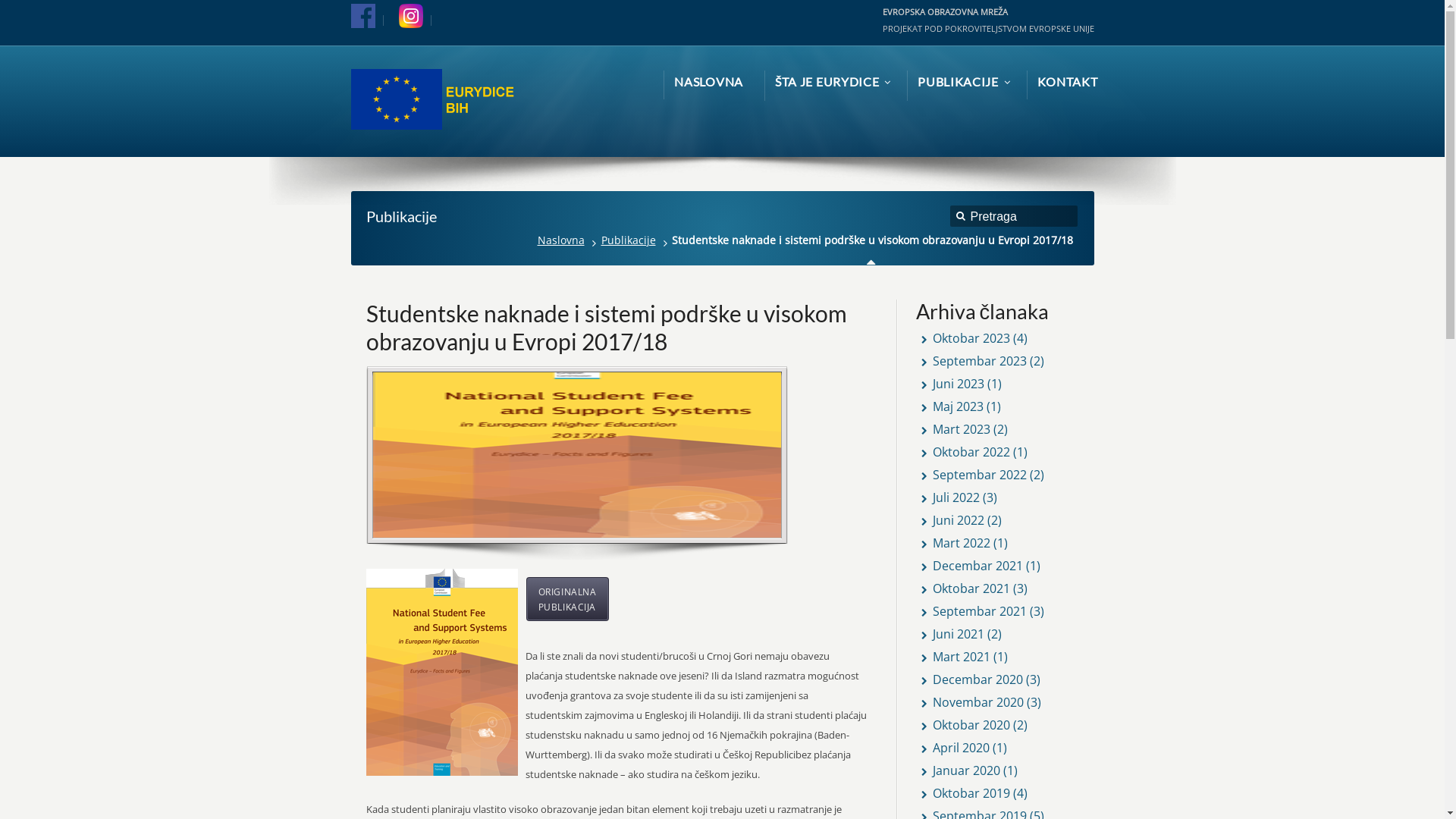 This screenshot has width=1456, height=819. What do you see at coordinates (955, 497) in the screenshot?
I see `'Juli 2022'` at bounding box center [955, 497].